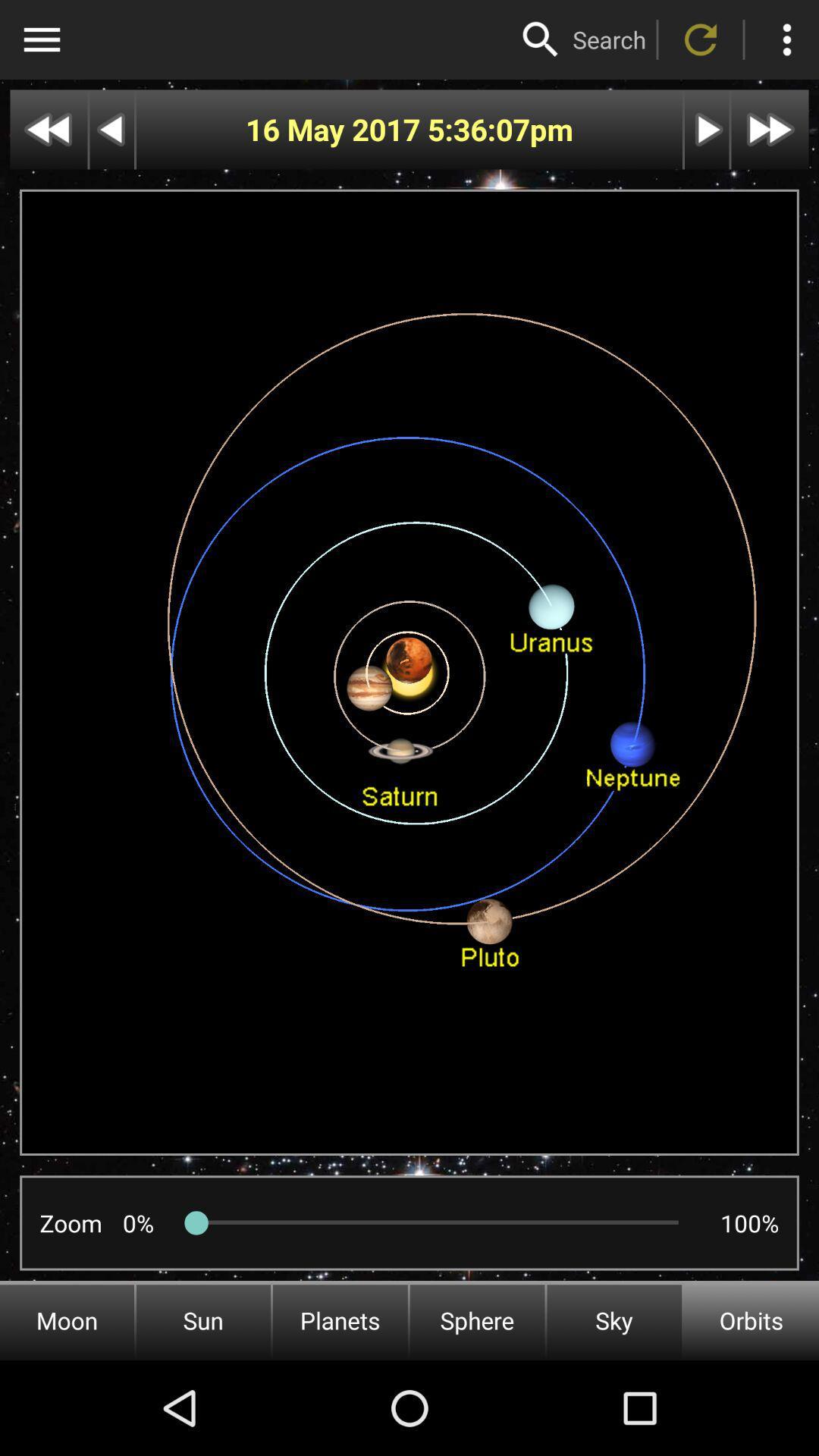  I want to click on the menu icon, so click(41, 39).